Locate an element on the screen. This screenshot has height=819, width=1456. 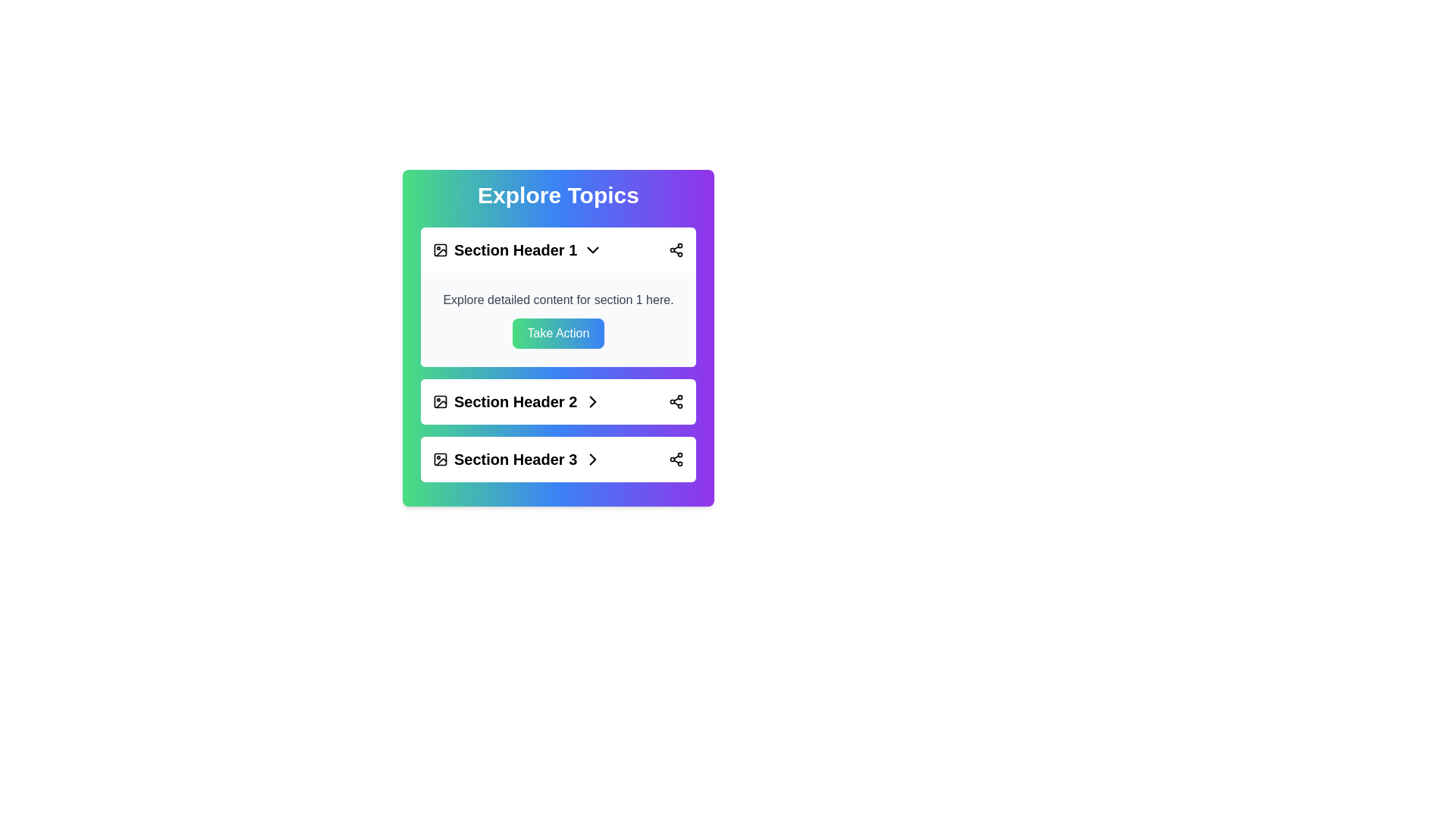
the 'Section Header 2' list item header with icon is located at coordinates (518, 400).